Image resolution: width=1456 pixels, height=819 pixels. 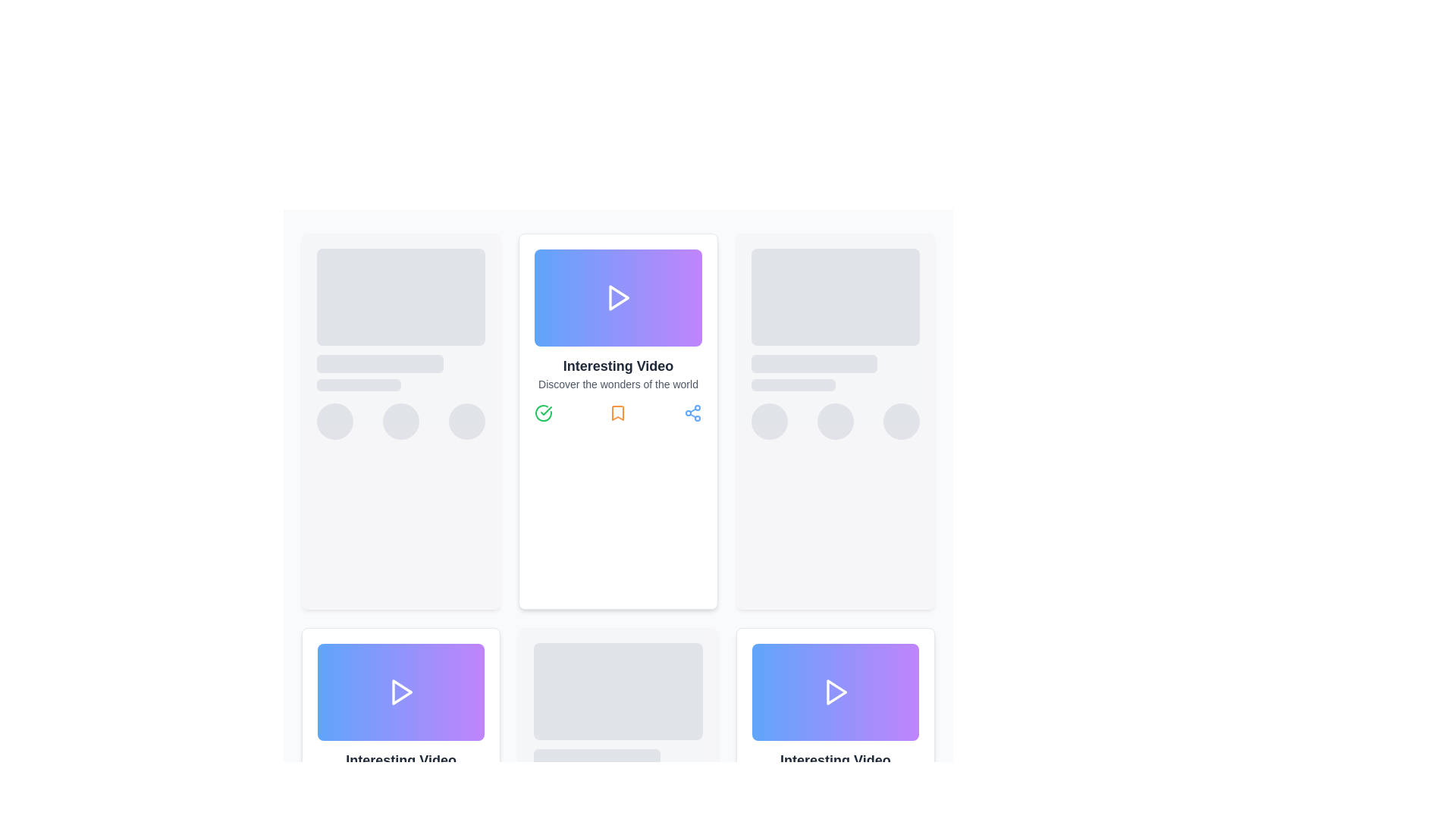 What do you see at coordinates (402, 692) in the screenshot?
I see `the play button icon, which is an SVG-based triangular arrow pointing to the right, styled with a white fill on a circular gradient background, to play the video` at bounding box center [402, 692].